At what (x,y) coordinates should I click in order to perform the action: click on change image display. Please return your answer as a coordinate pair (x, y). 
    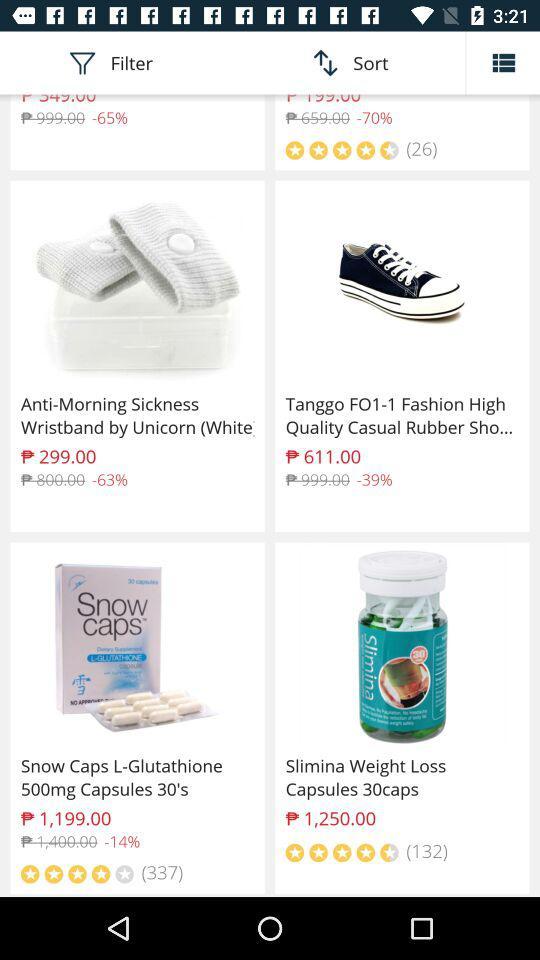
    Looking at the image, I should click on (502, 62).